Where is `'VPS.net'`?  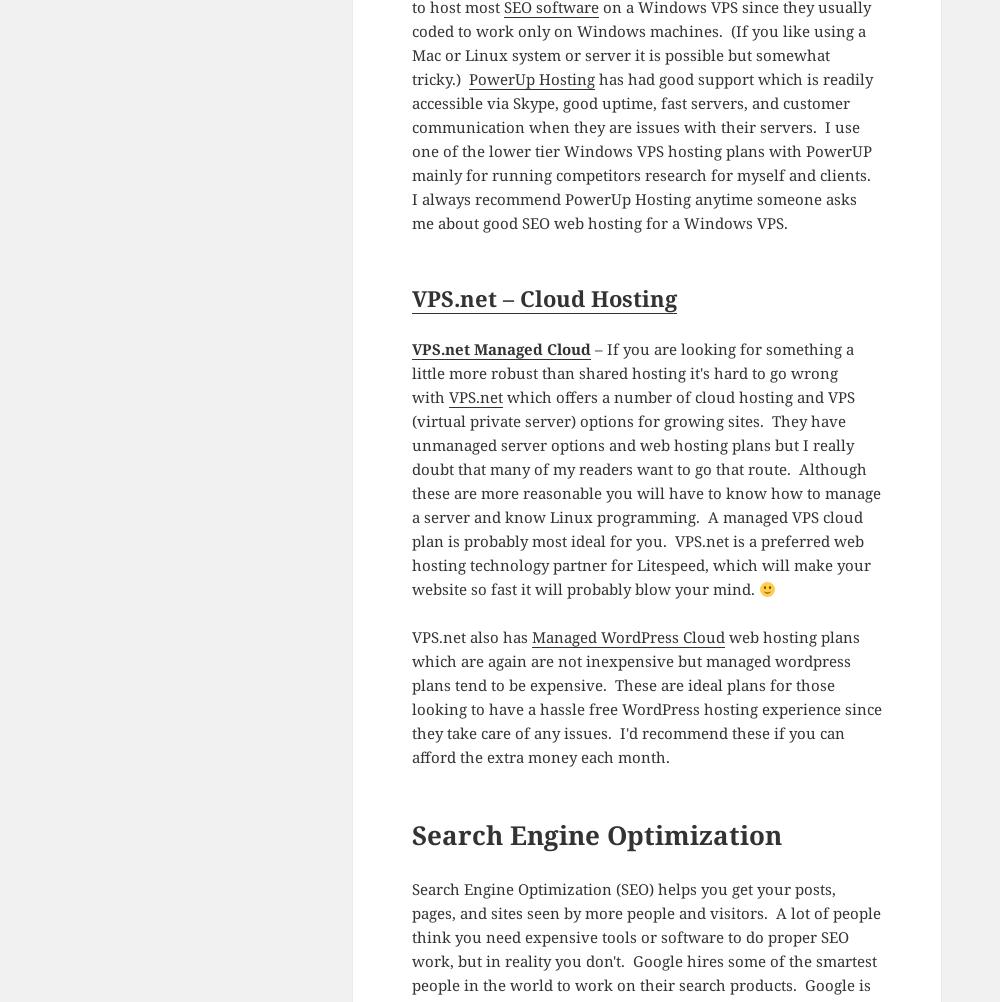
'VPS.net' is located at coordinates (474, 396).